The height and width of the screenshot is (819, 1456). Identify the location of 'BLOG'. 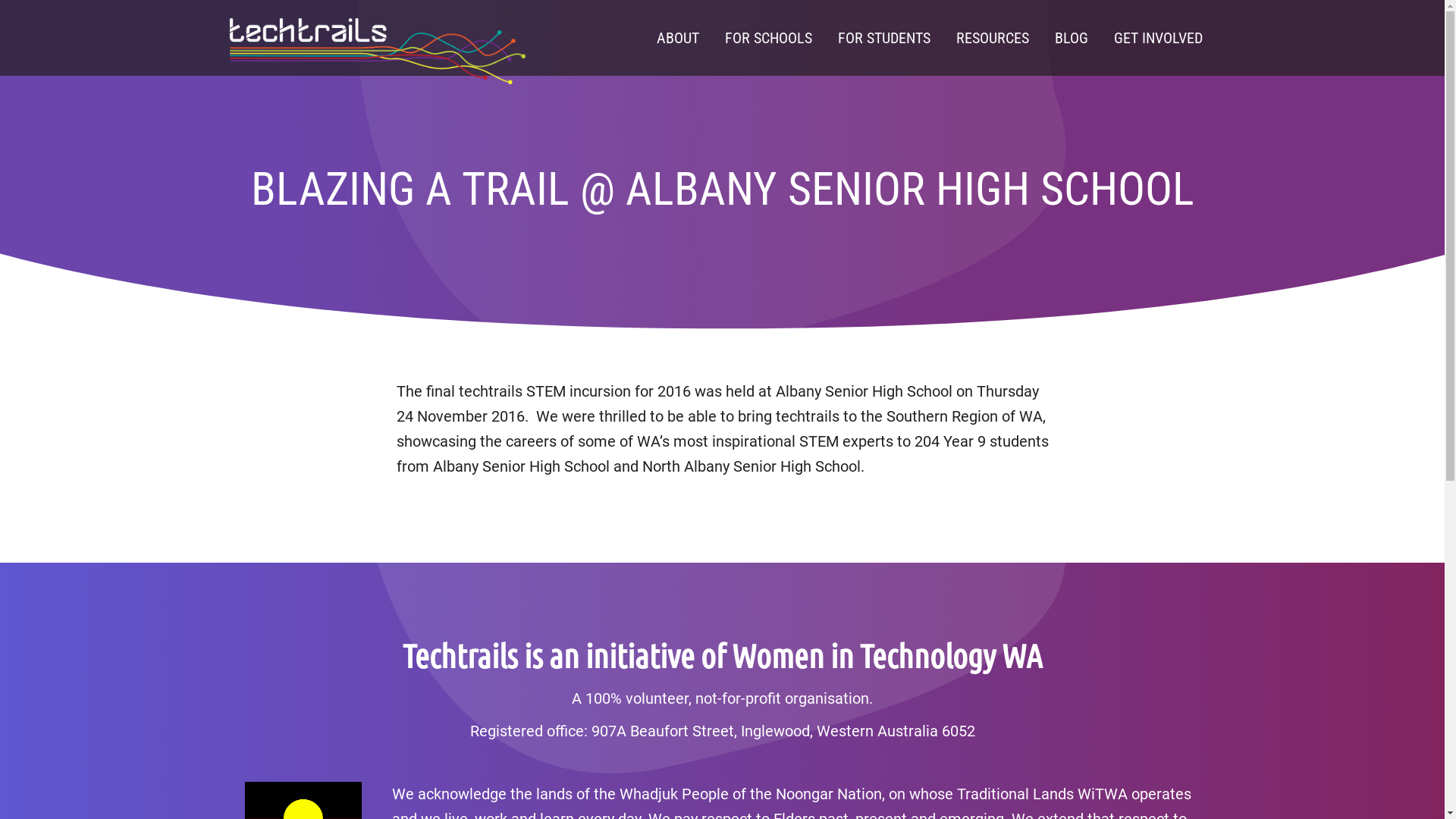
(1070, 37).